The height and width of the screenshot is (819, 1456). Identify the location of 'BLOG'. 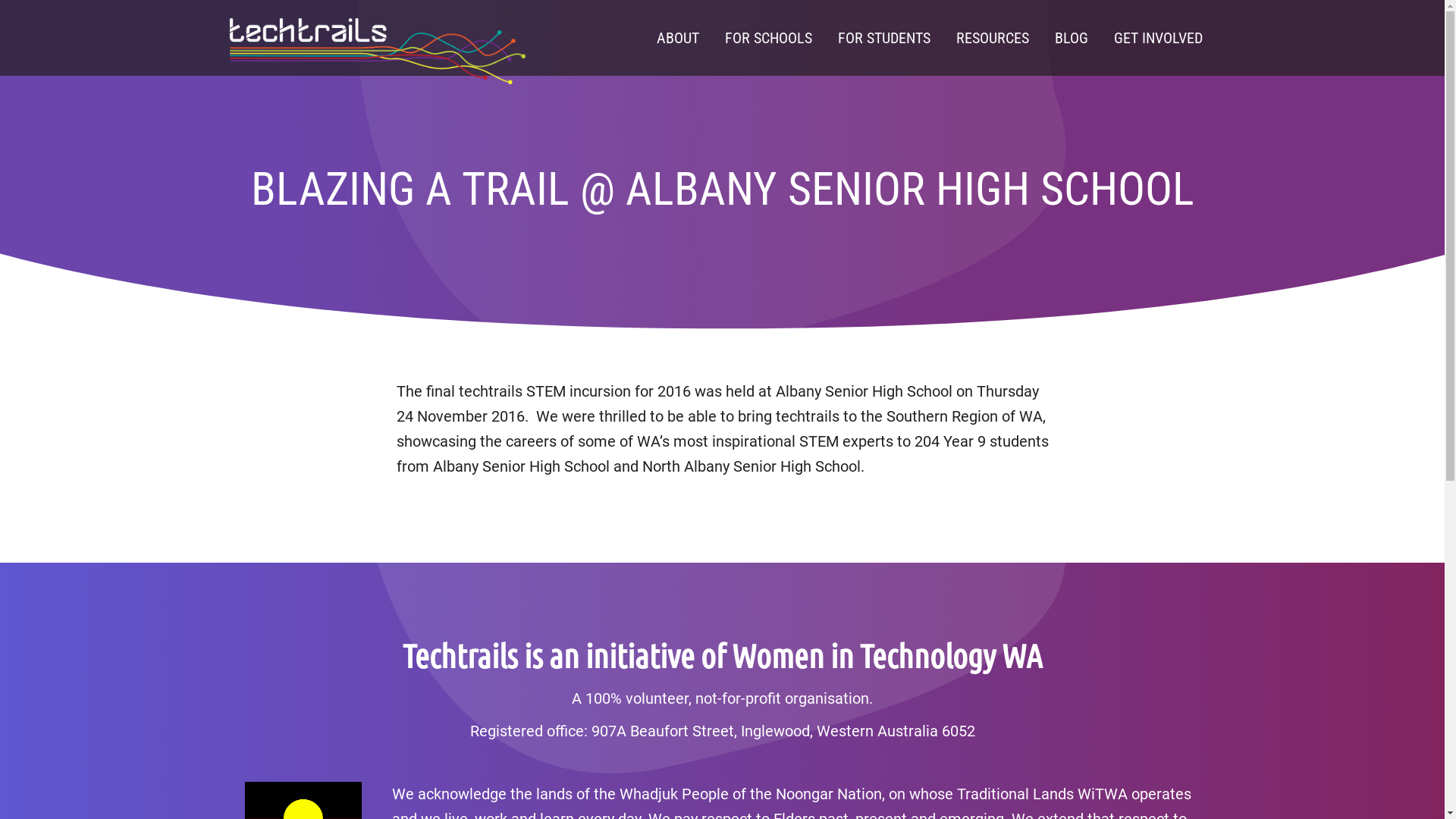
(1070, 37).